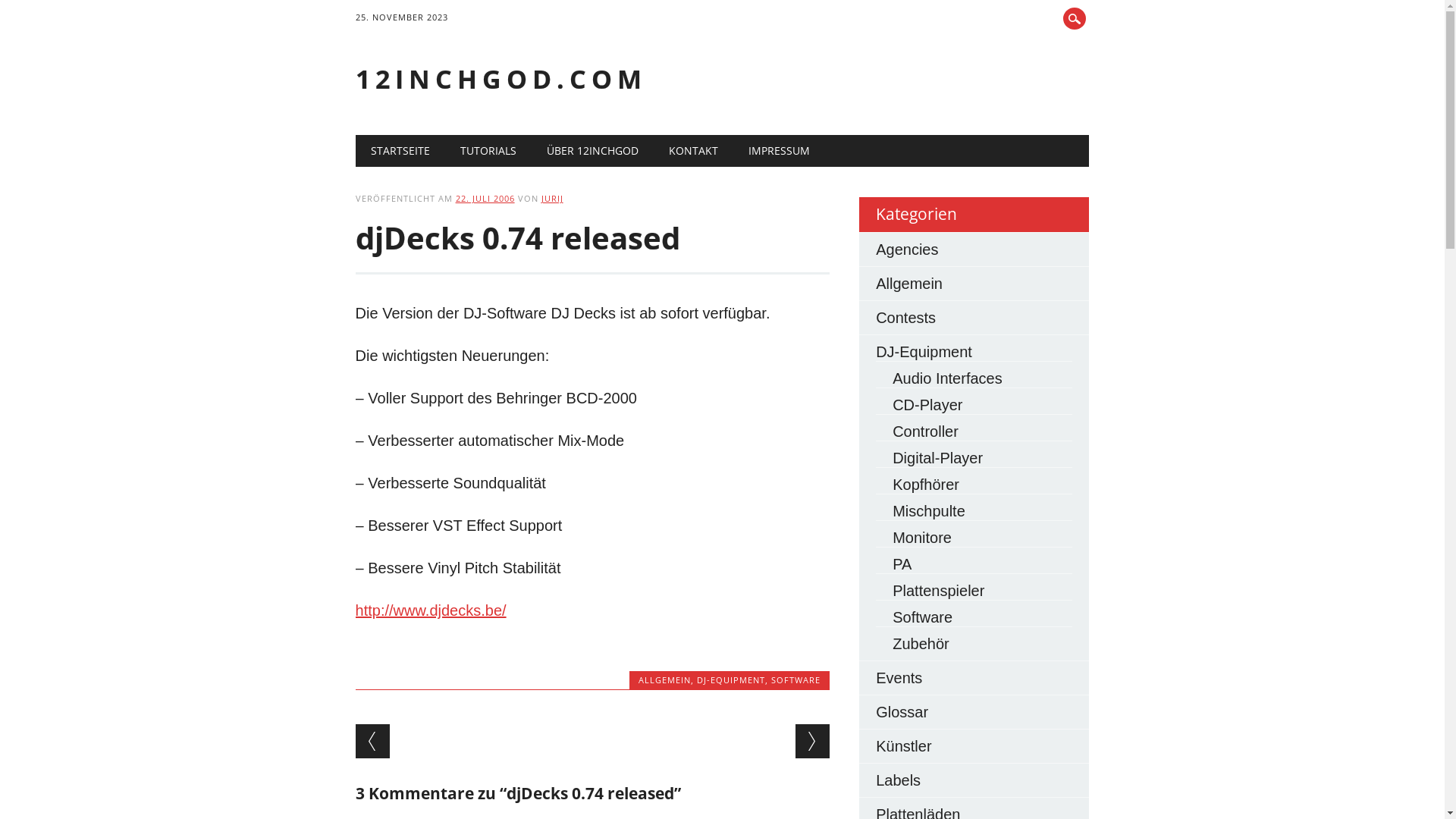  What do you see at coordinates (501, 79) in the screenshot?
I see `'12INCHGOD.COM'` at bounding box center [501, 79].